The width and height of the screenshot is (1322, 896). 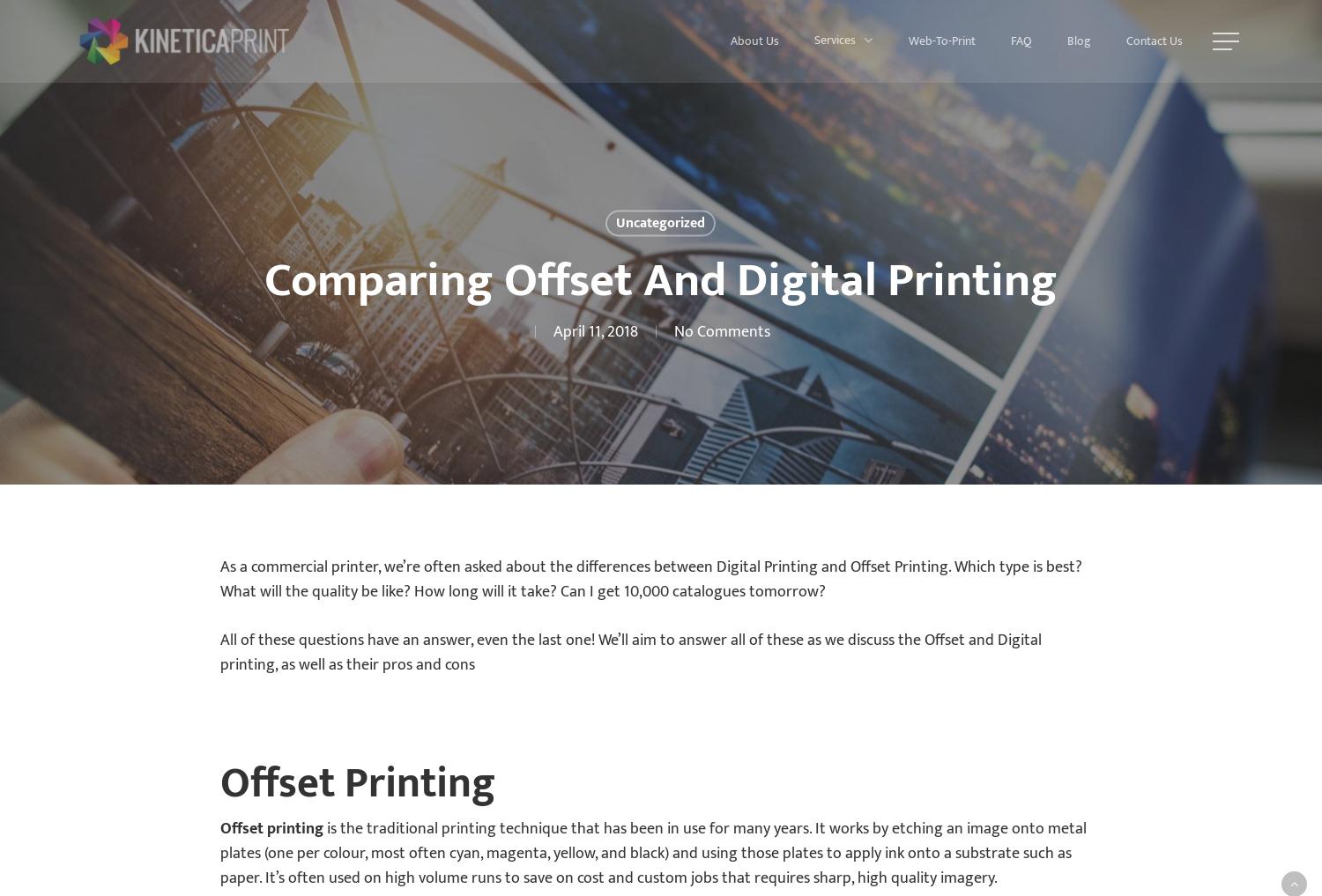 What do you see at coordinates (652, 853) in the screenshot?
I see `'is the traditional printing technique that has been in use for many years. It works by etching an image onto metal plates (one per colour, most often cyan, magenta, yellow, and black) and using those plates to apply ink onto a substrate such as paper. It’s often used on high volume runs to save on cost and custom jobs that requires sharp, high quality imagery.'` at bounding box center [652, 853].